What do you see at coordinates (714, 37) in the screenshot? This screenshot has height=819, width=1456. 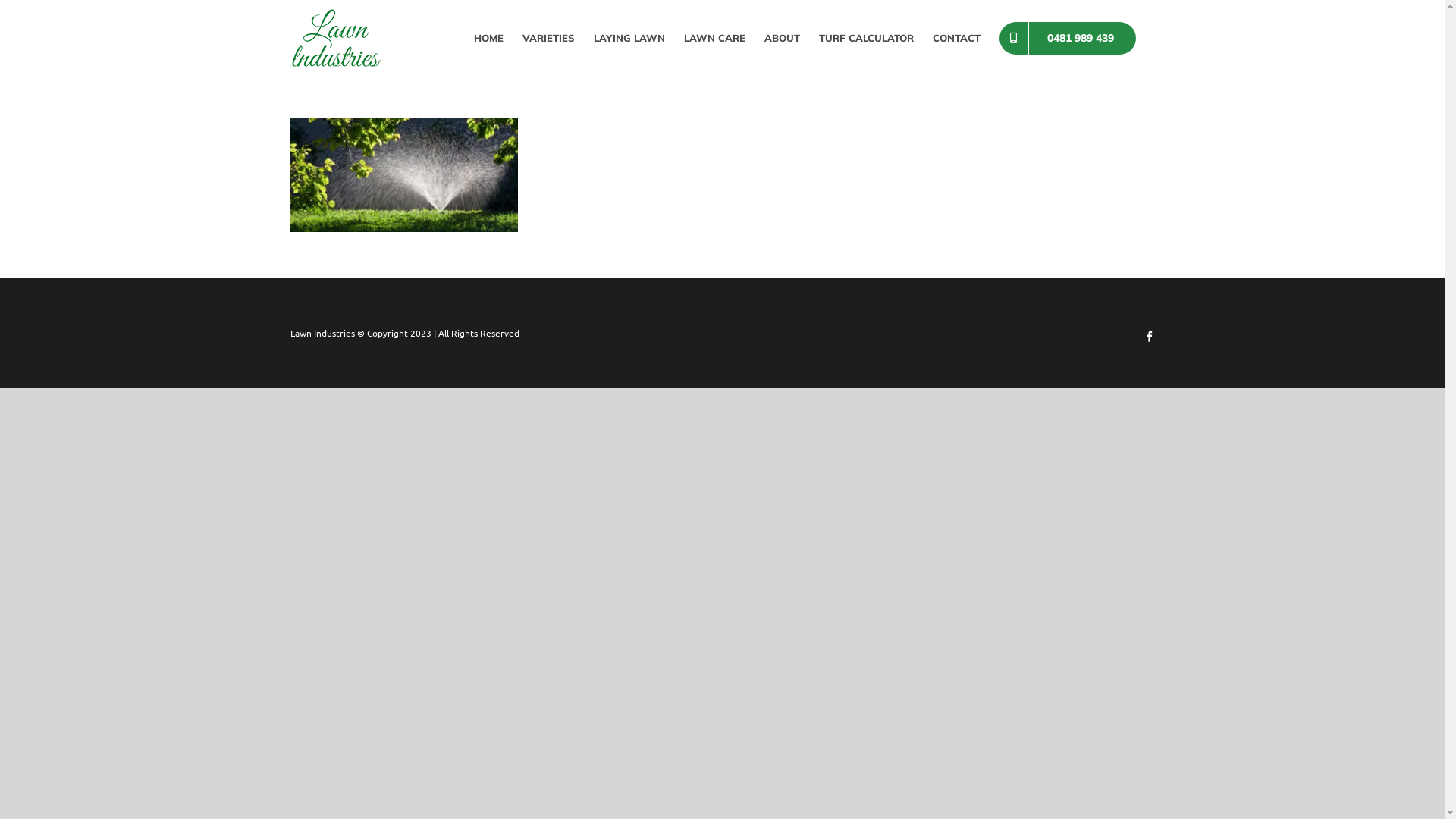 I see `'LAWN CARE'` at bounding box center [714, 37].